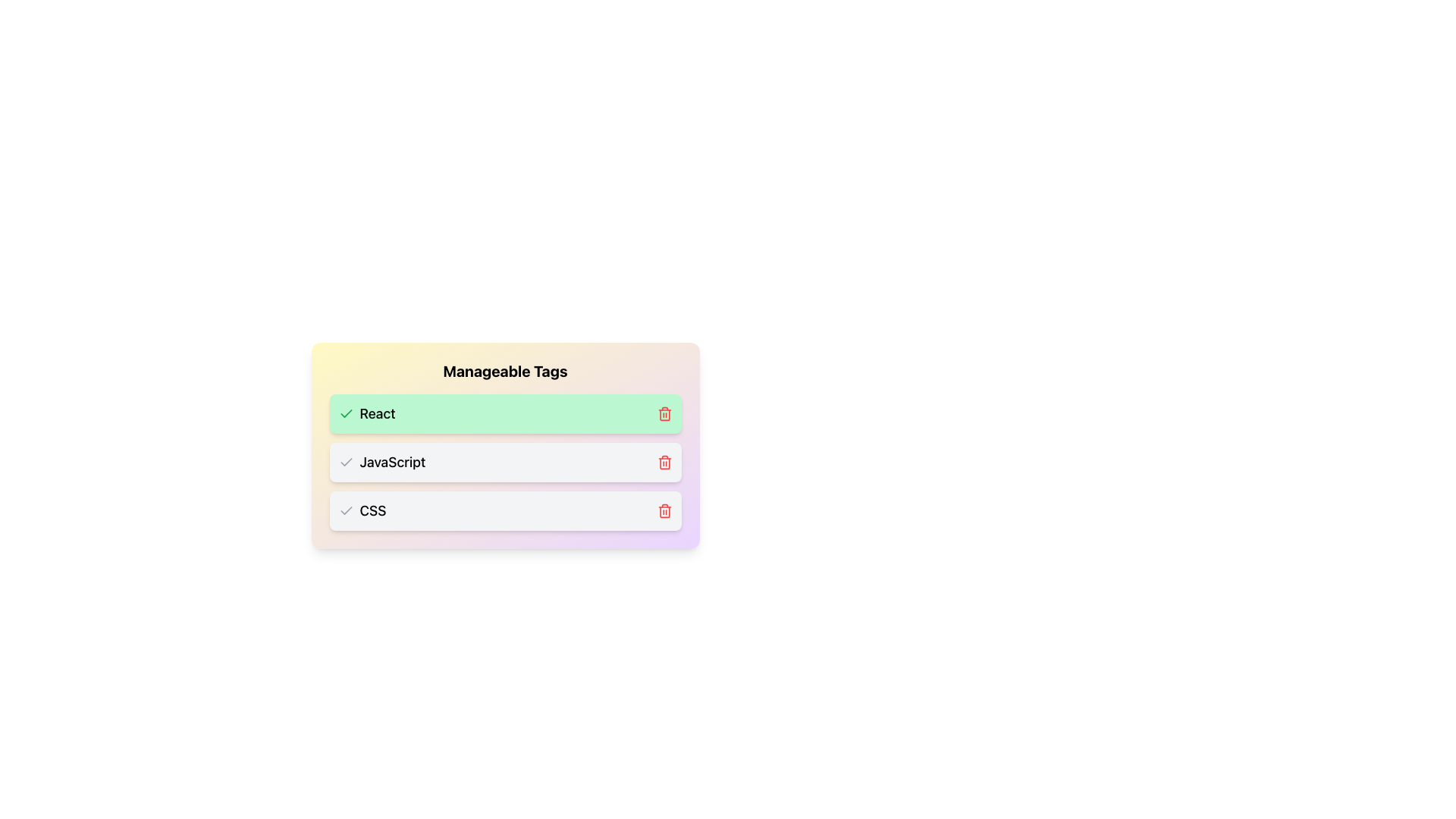 This screenshot has height=819, width=1456. What do you see at coordinates (664, 461) in the screenshot?
I see `the trash bin icon, which is styled in red and represents a deletion button, located adjacent to the 'JavaScript' text` at bounding box center [664, 461].